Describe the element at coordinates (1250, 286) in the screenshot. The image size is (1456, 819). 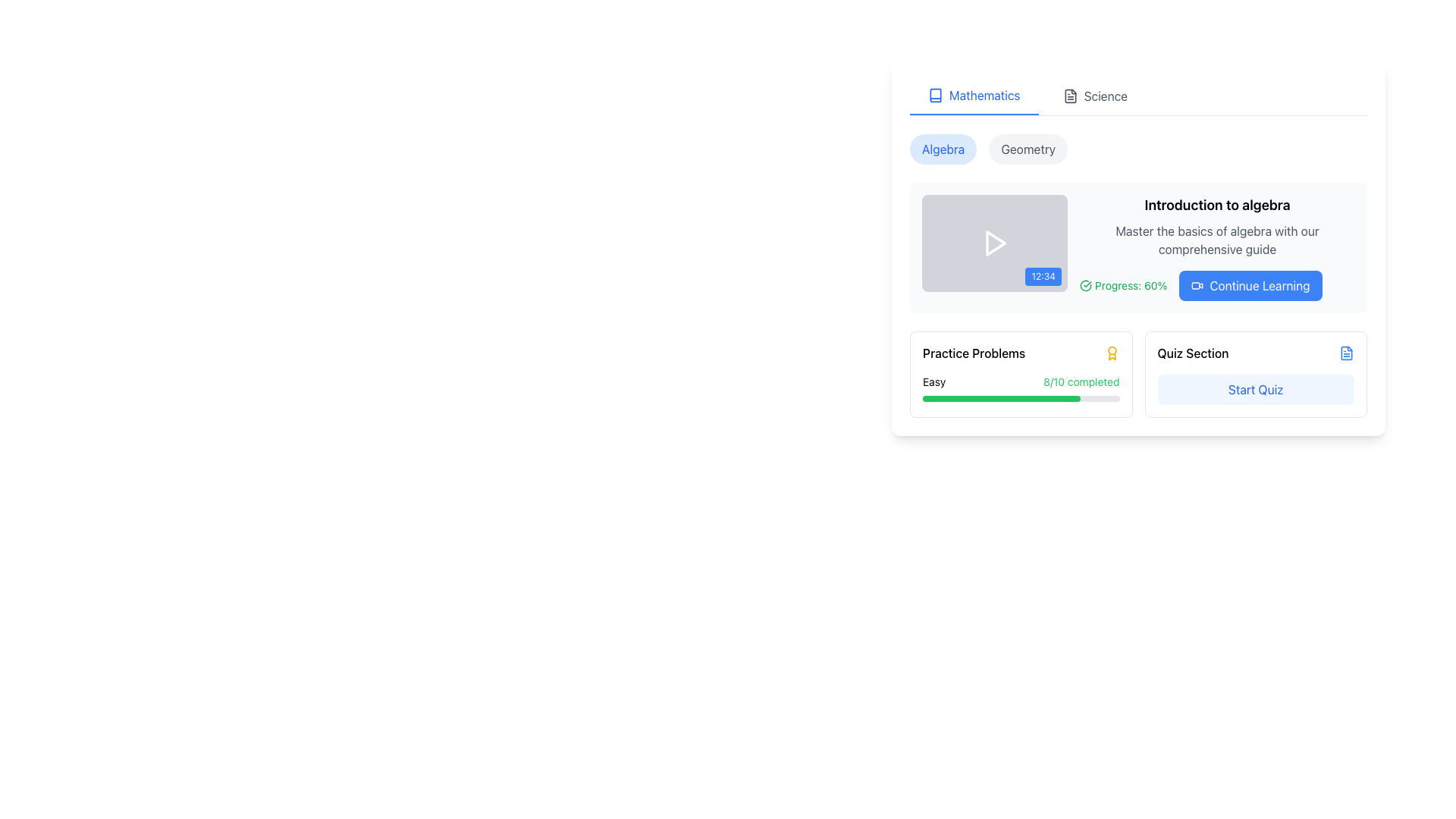
I see `the rectangular button with a blue background and white text that reads 'Continue Learning', located at the bottom right of the content box, following the green progress indicator labeled 'Progress: 60%'` at that location.